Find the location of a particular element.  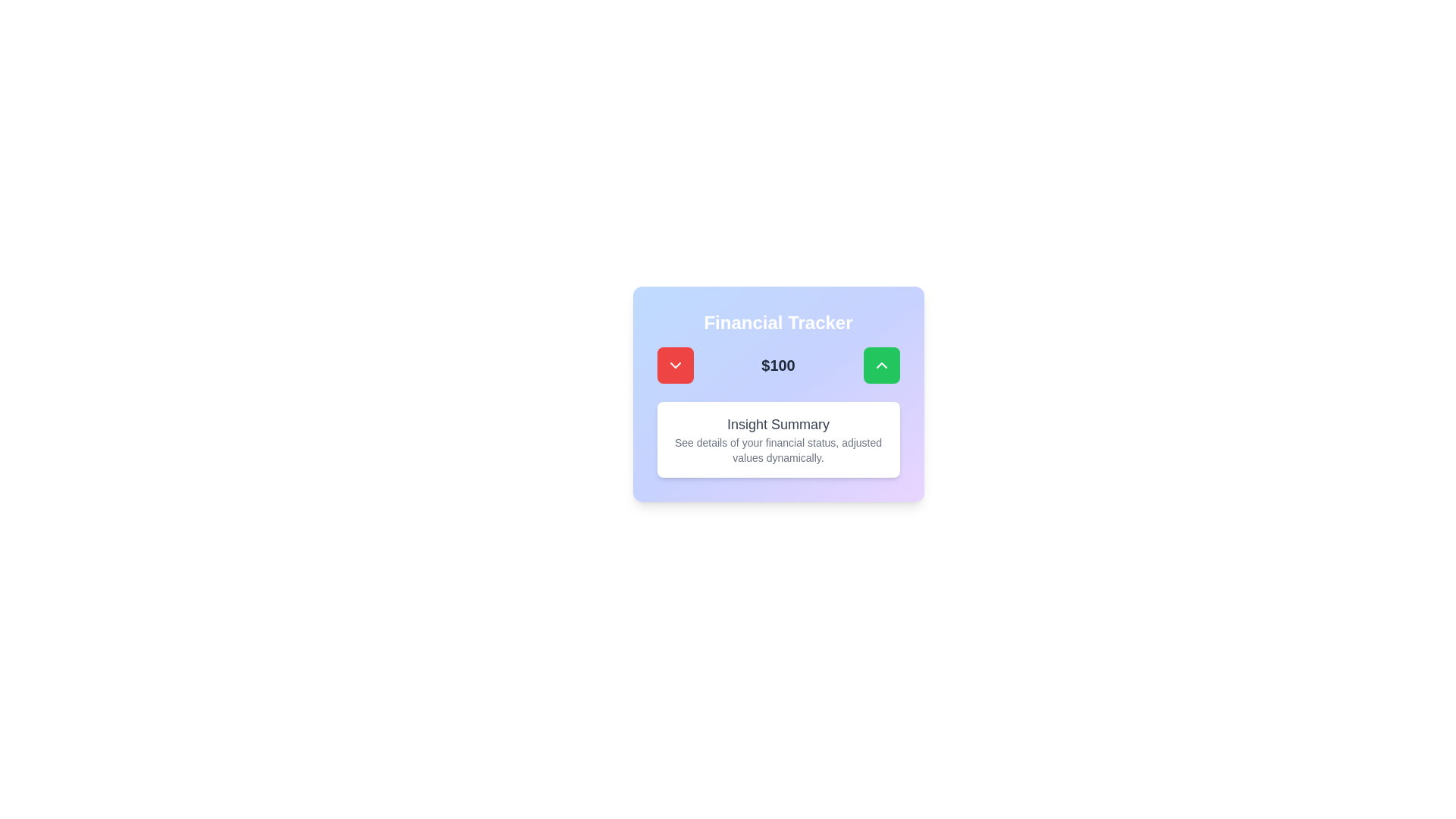

the static text component displaying 'See details of your financial status, adjusted values dynamically.' located within the card-like section beneath the heading 'Insight Summary' is located at coordinates (778, 450).